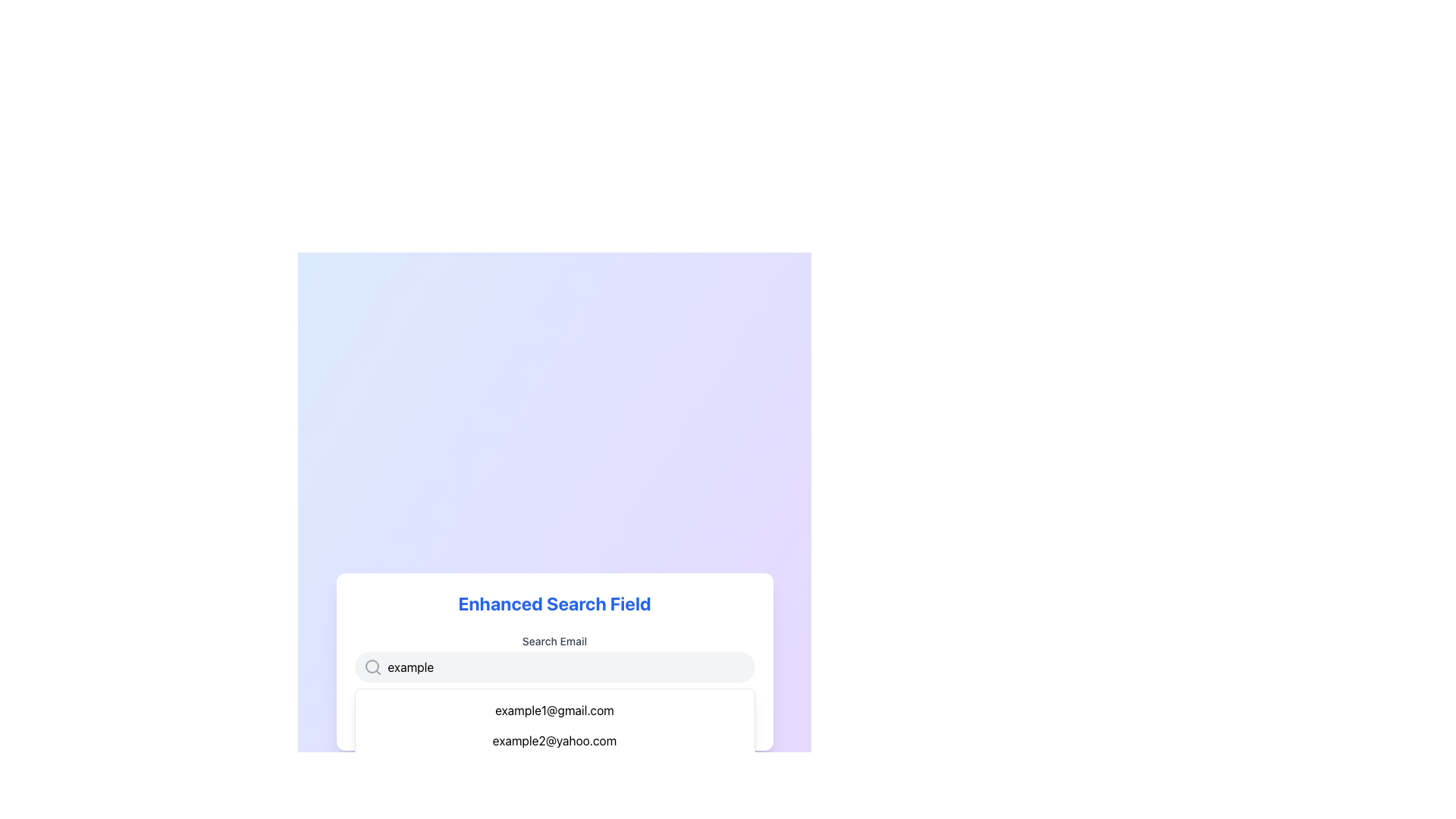 This screenshot has width=1456, height=819. I want to click on the circle-based graphical icon component representing the search icon, located within an SVG element at the left side of the search input field, so click(372, 666).